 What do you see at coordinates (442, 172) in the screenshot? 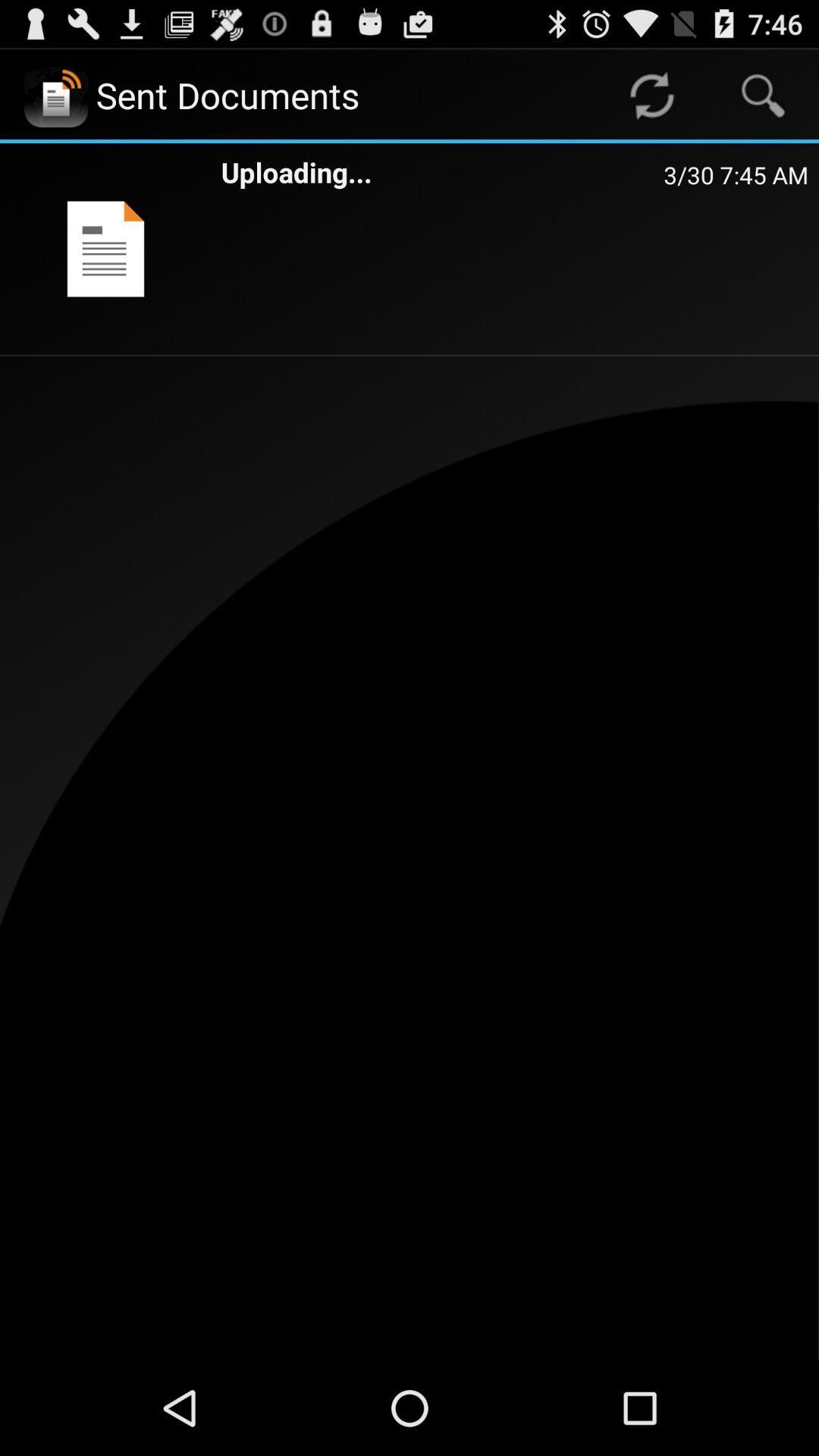
I see `uploading...` at bounding box center [442, 172].